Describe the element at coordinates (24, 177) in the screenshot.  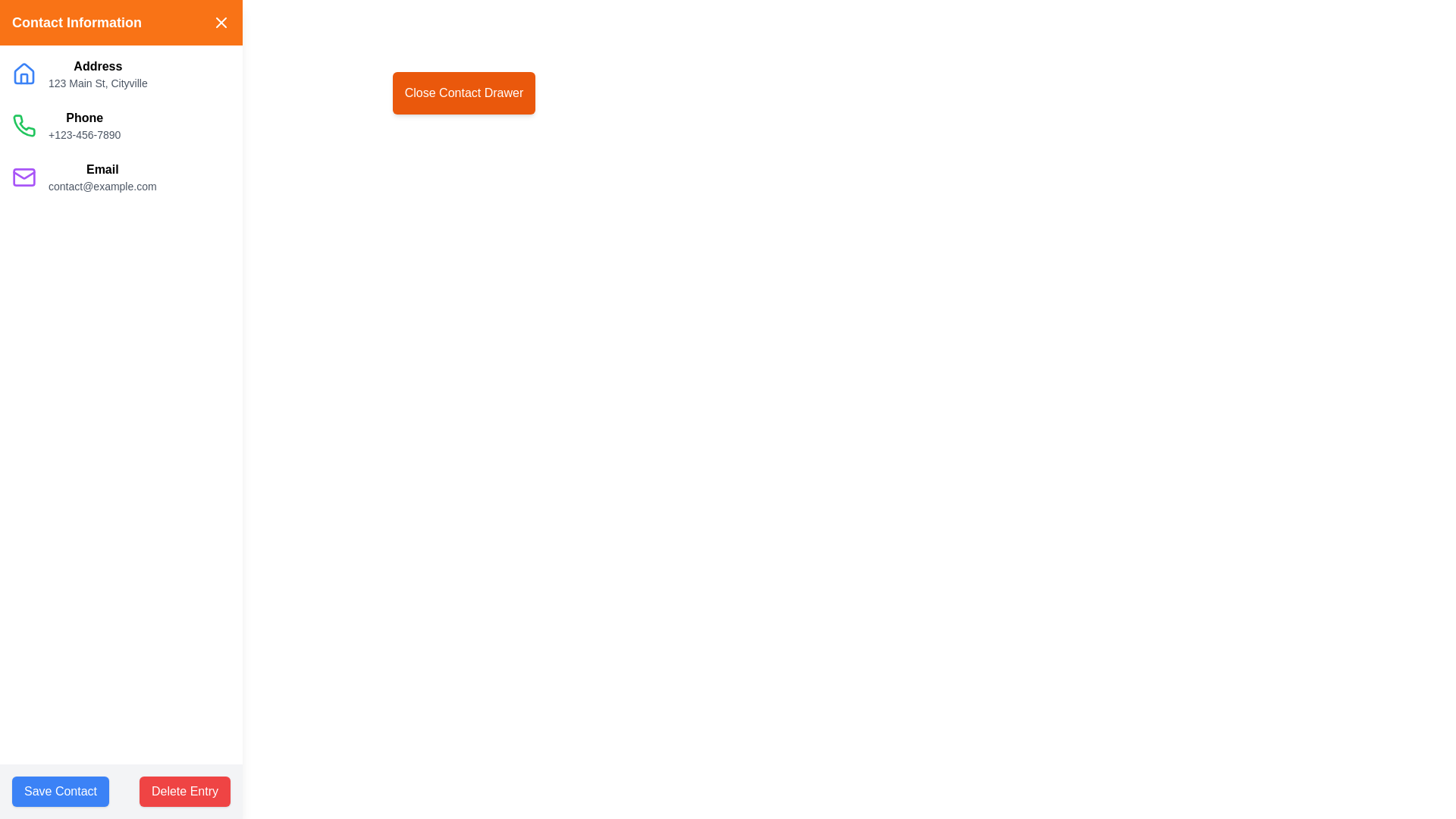
I see `the purple envelope icon located to the left of the 'Email' label and 'contact@example.com' in the contact information panel` at that location.